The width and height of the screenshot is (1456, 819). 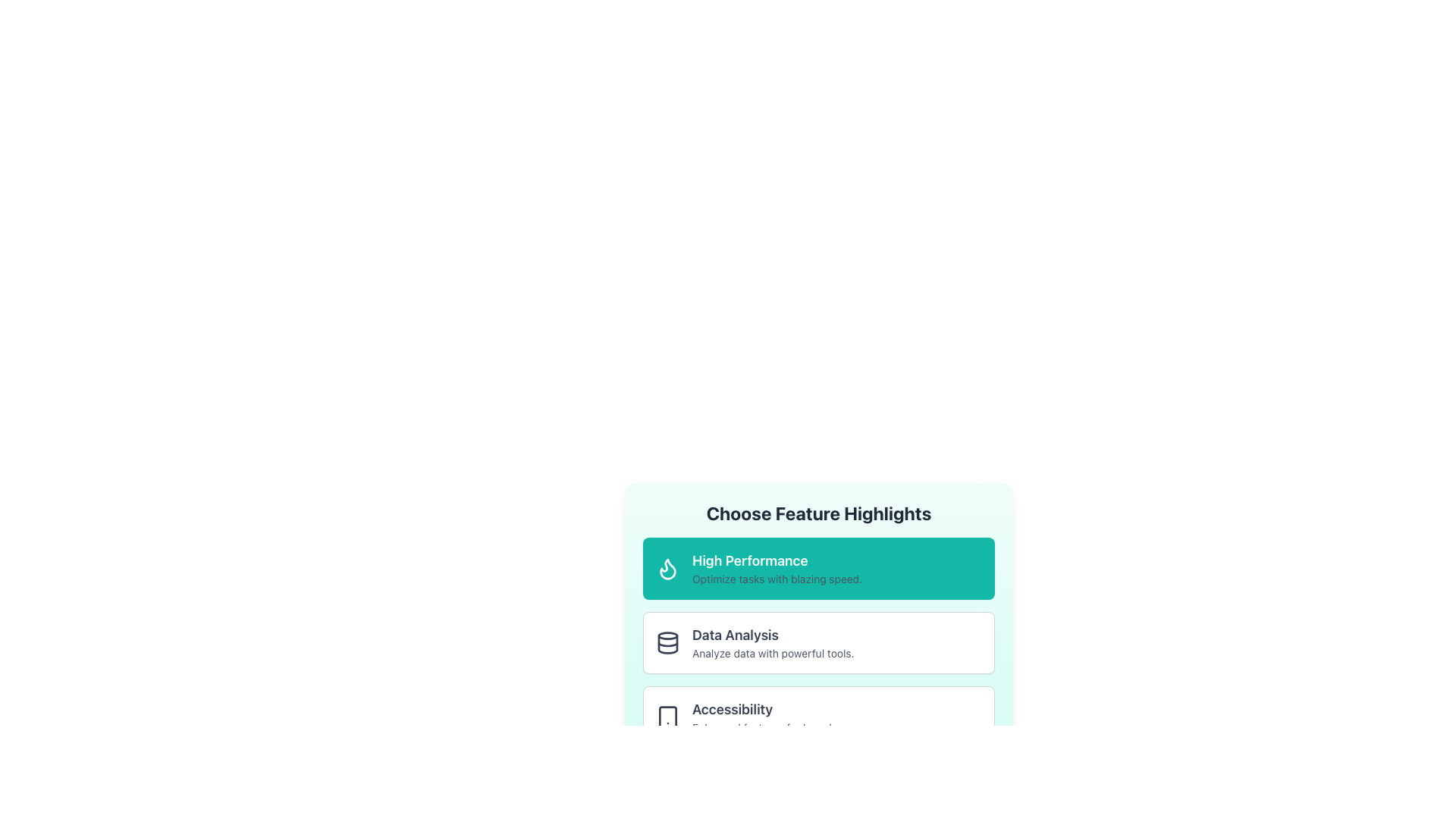 What do you see at coordinates (777, 568) in the screenshot?
I see `text information from the text description block that contains 'High Performance' and 'Optimize tasks with blazing speed' within a teal background` at bounding box center [777, 568].